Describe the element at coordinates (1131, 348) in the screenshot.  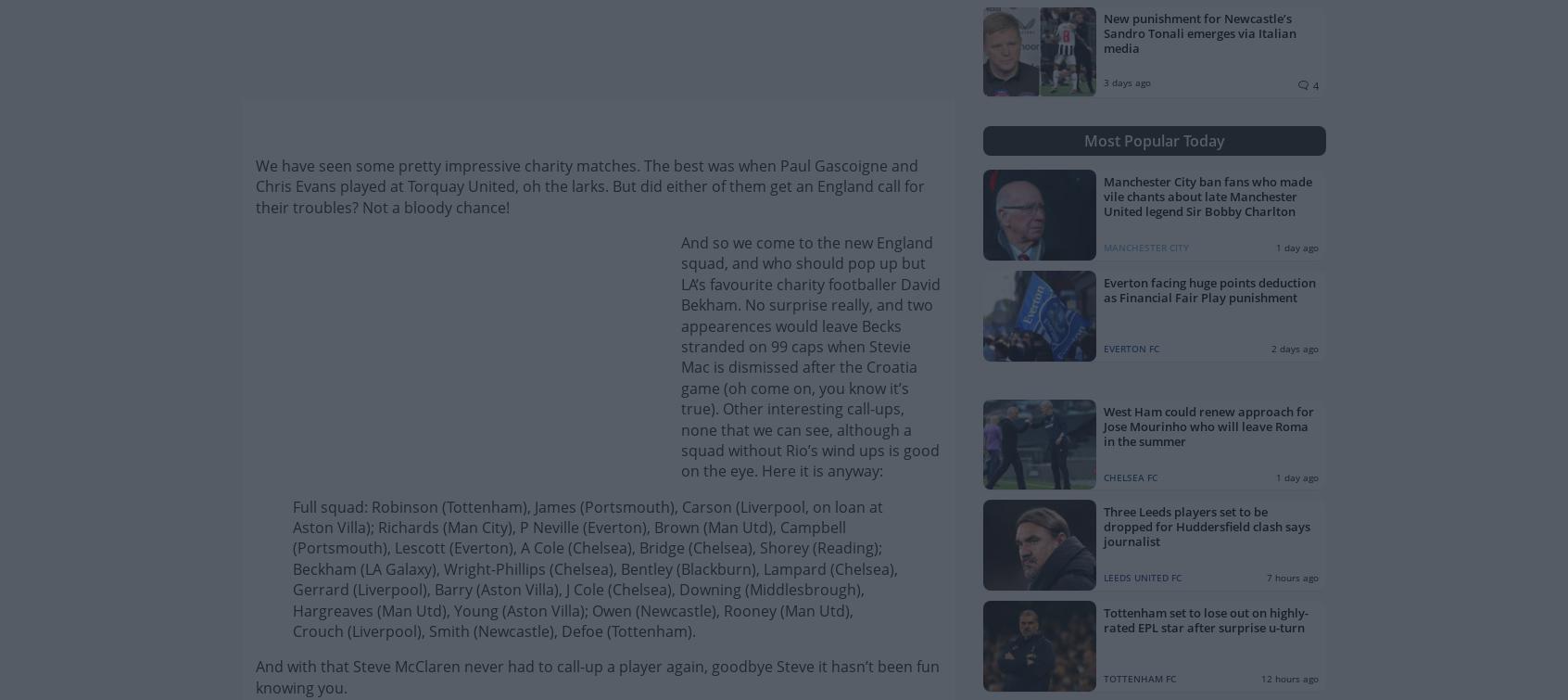
I see `'Everton FC'` at that location.